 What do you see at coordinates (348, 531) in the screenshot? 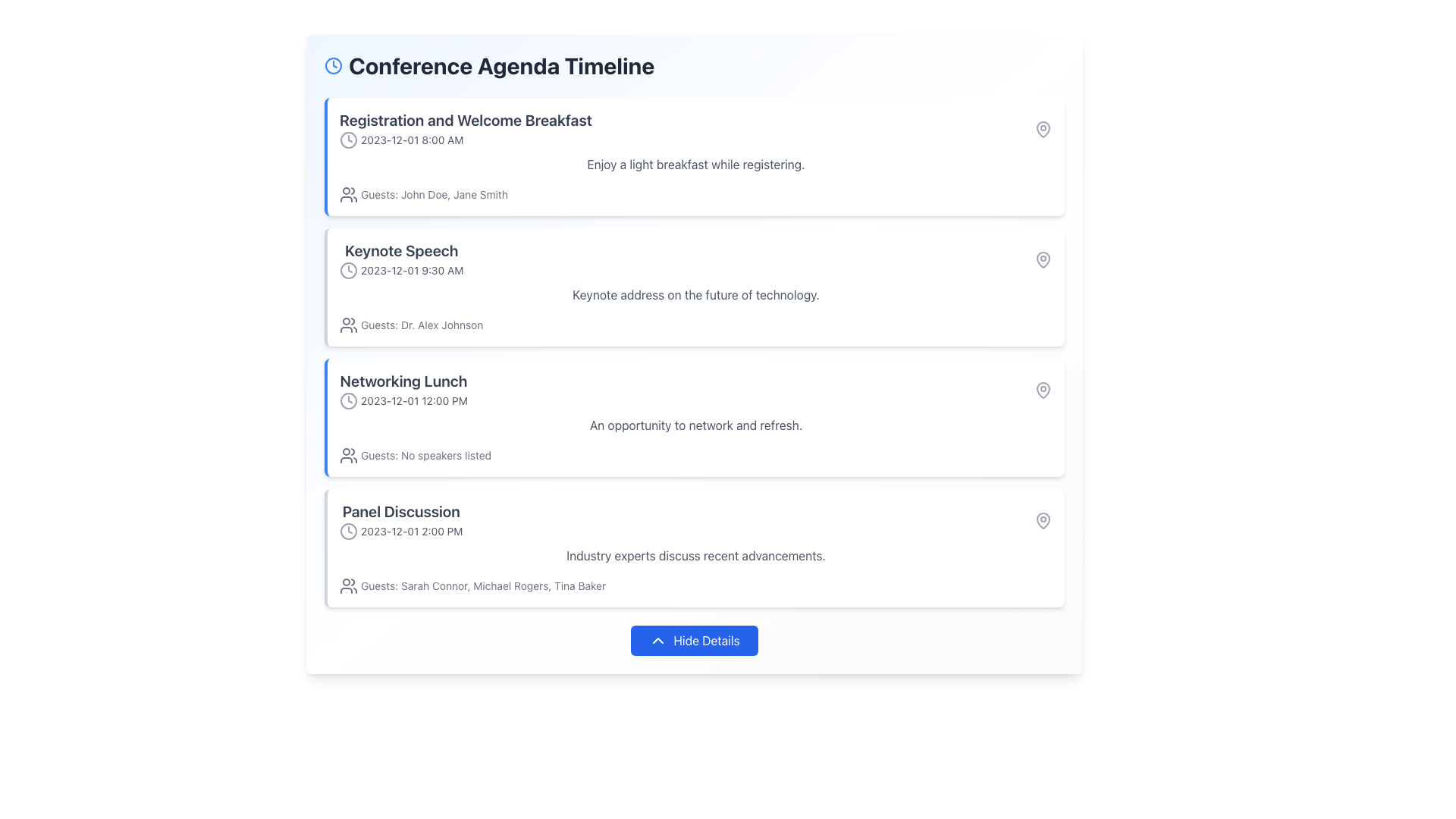
I see `the decorative circular part of the clock icon located in the 'Panel Discussion' section, which is to the immediate left of the text '2023-12-01 2:00 PM'` at bounding box center [348, 531].